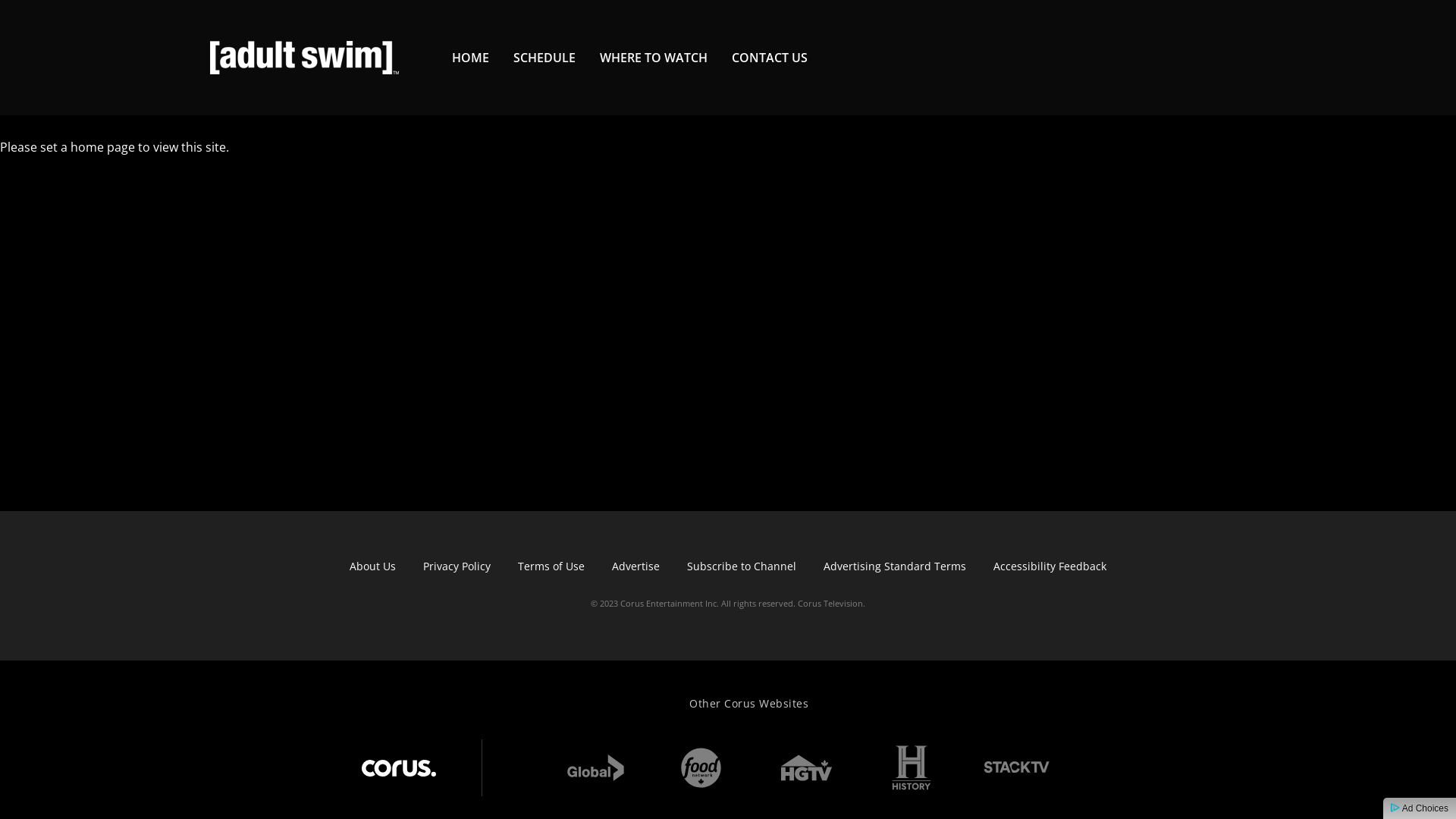 This screenshot has width=1456, height=819. Describe the element at coordinates (1419, 807) in the screenshot. I see `'Ad Choices'` at that location.